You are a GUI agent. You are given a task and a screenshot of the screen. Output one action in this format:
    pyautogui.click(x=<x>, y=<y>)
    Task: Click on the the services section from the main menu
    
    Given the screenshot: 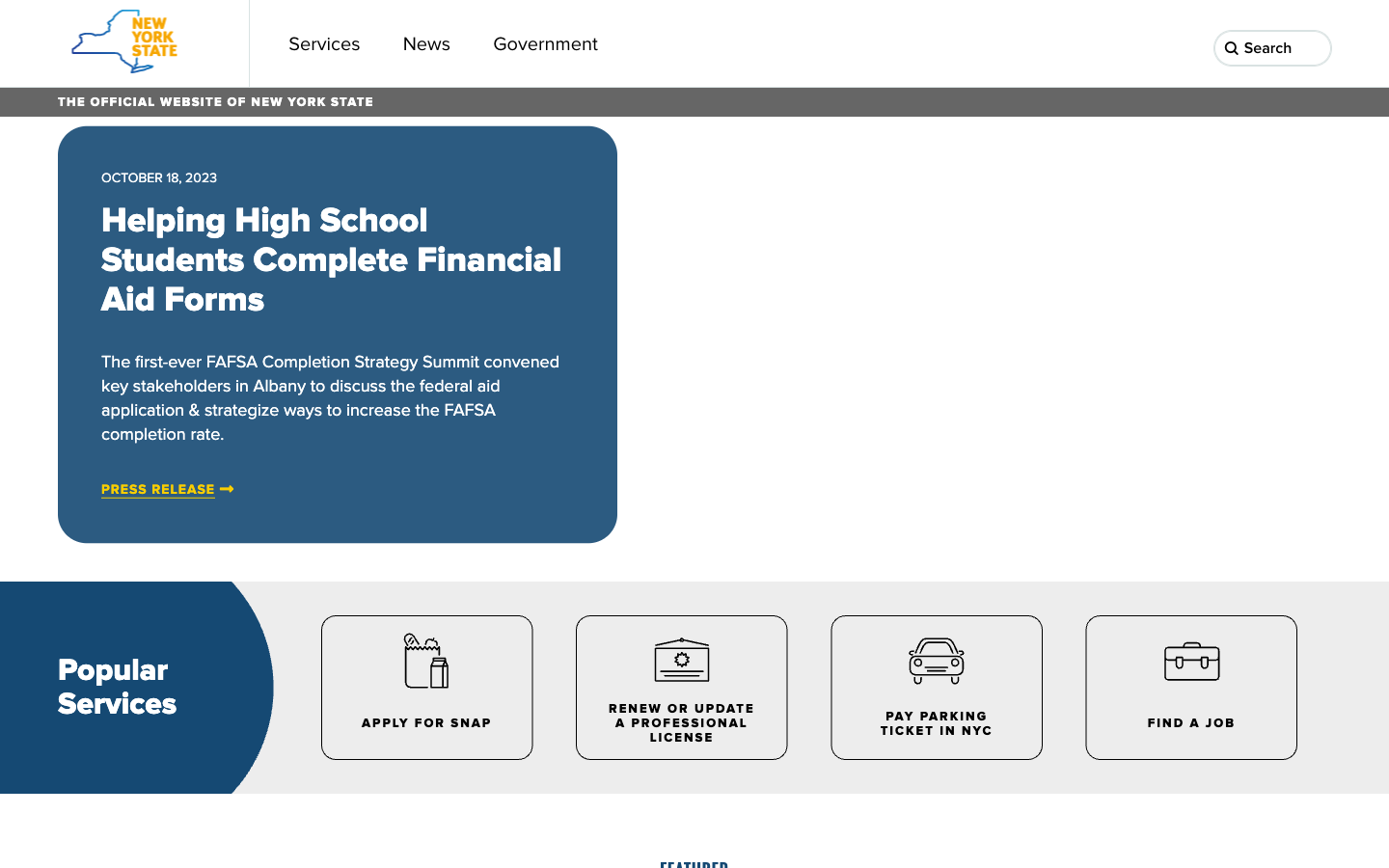 What is the action you would take?
    pyautogui.click(x=324, y=42)
    